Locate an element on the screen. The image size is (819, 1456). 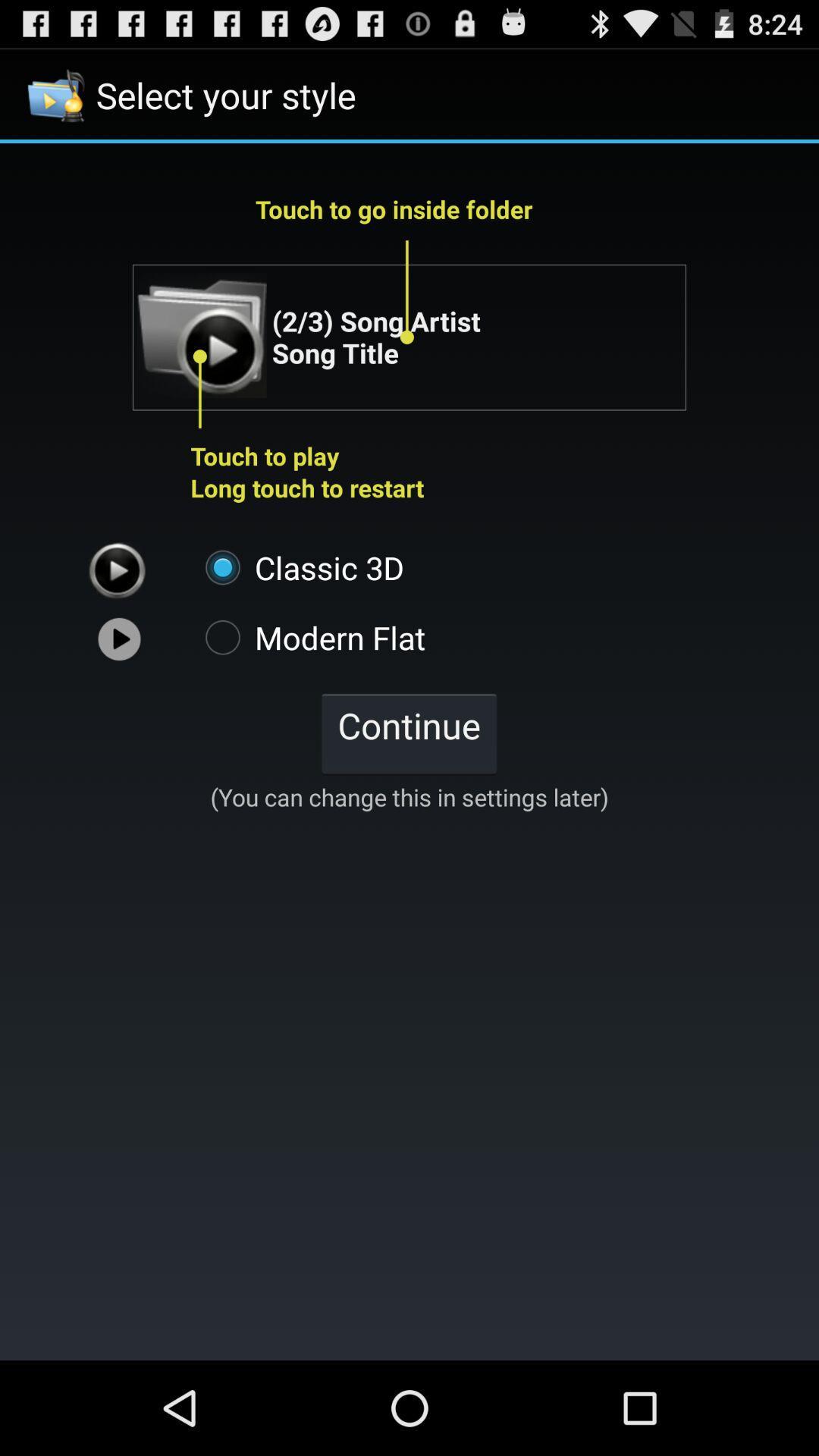
classic 3d is located at coordinates (297, 566).